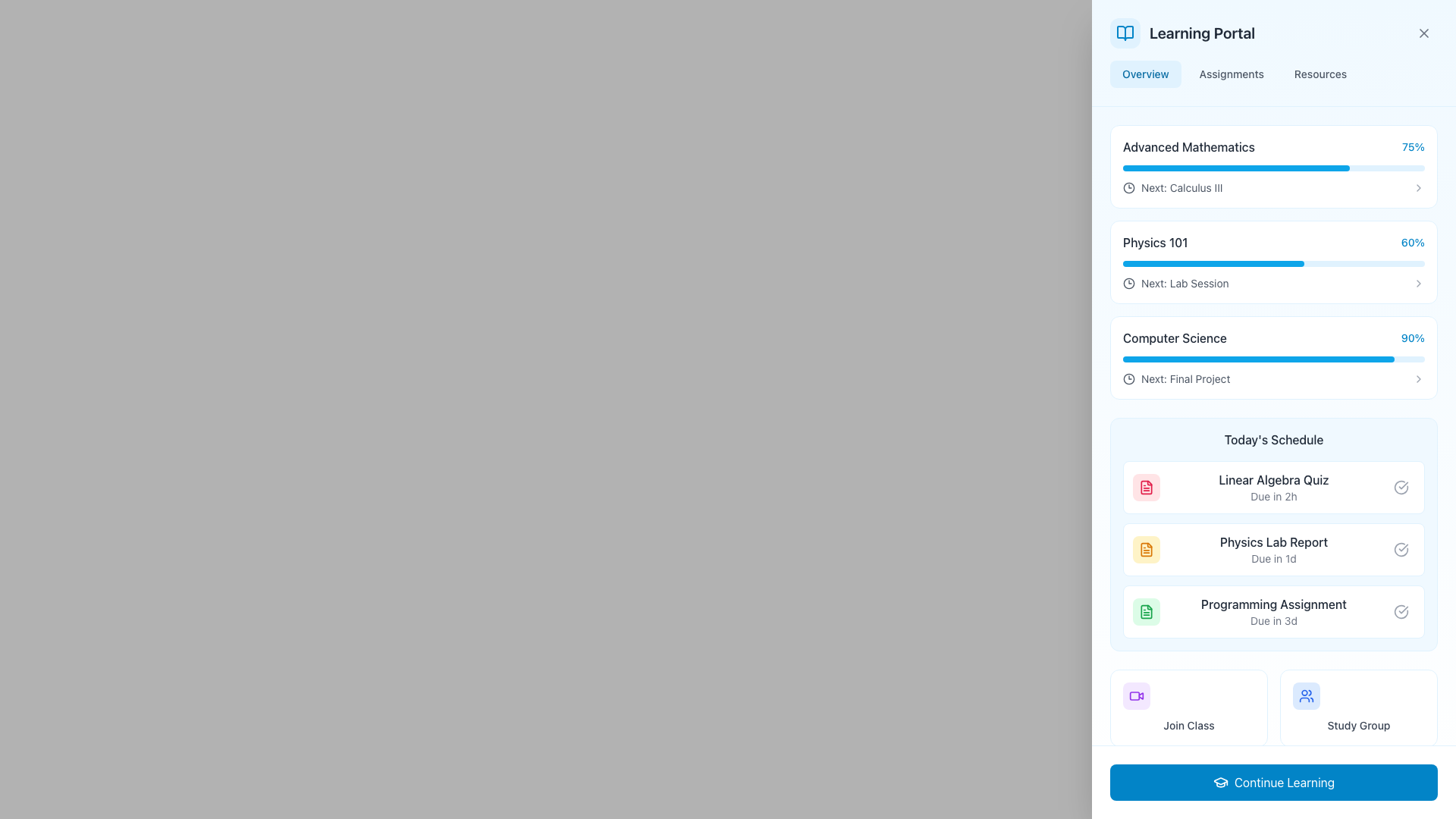 This screenshot has height=819, width=1456. Describe the element at coordinates (1181, 33) in the screenshot. I see `text 'Learning Portal' on the label with an open book icon located at the top-left of the sidebar panel` at that location.